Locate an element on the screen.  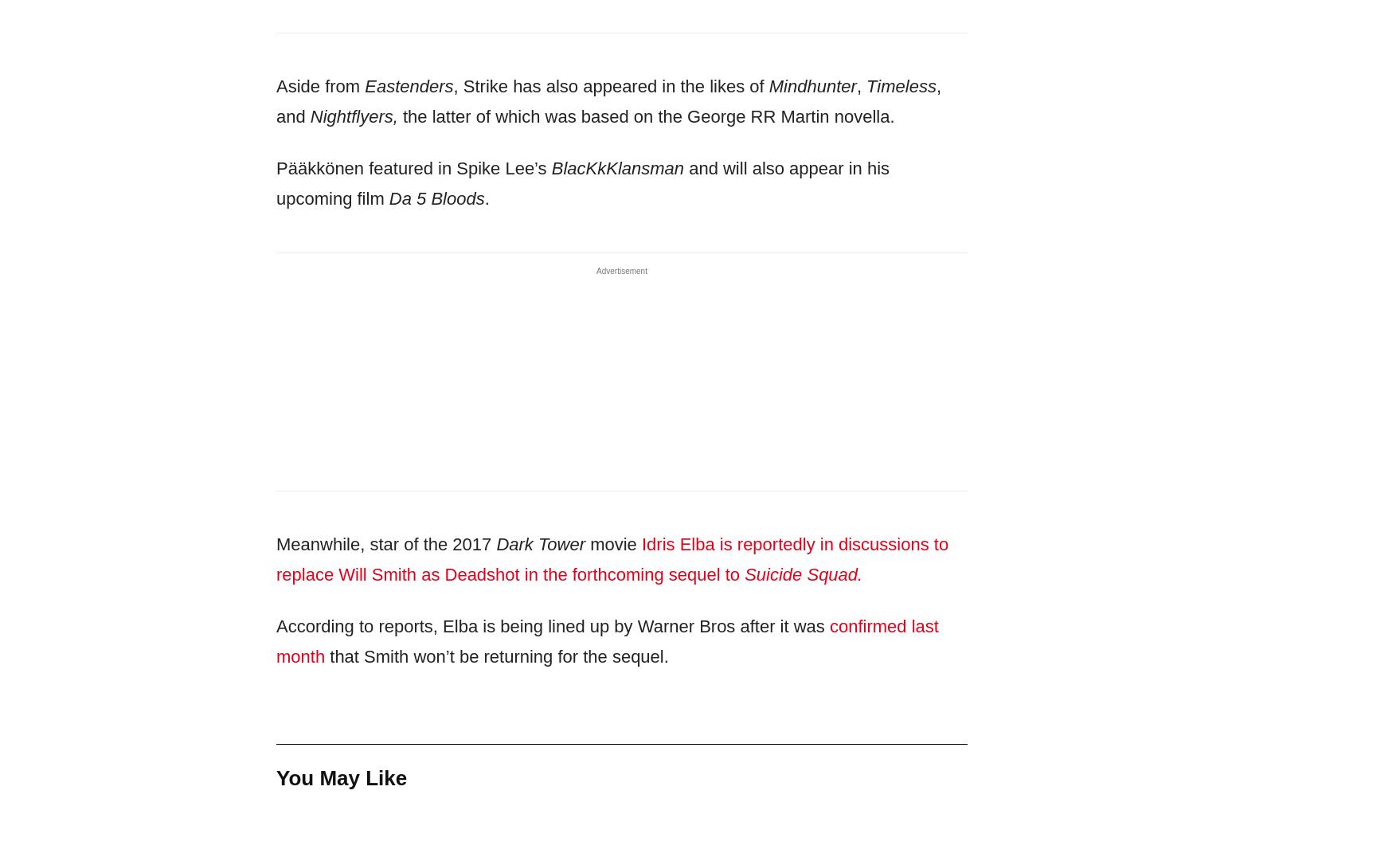
'Aside from' is located at coordinates (320, 85).